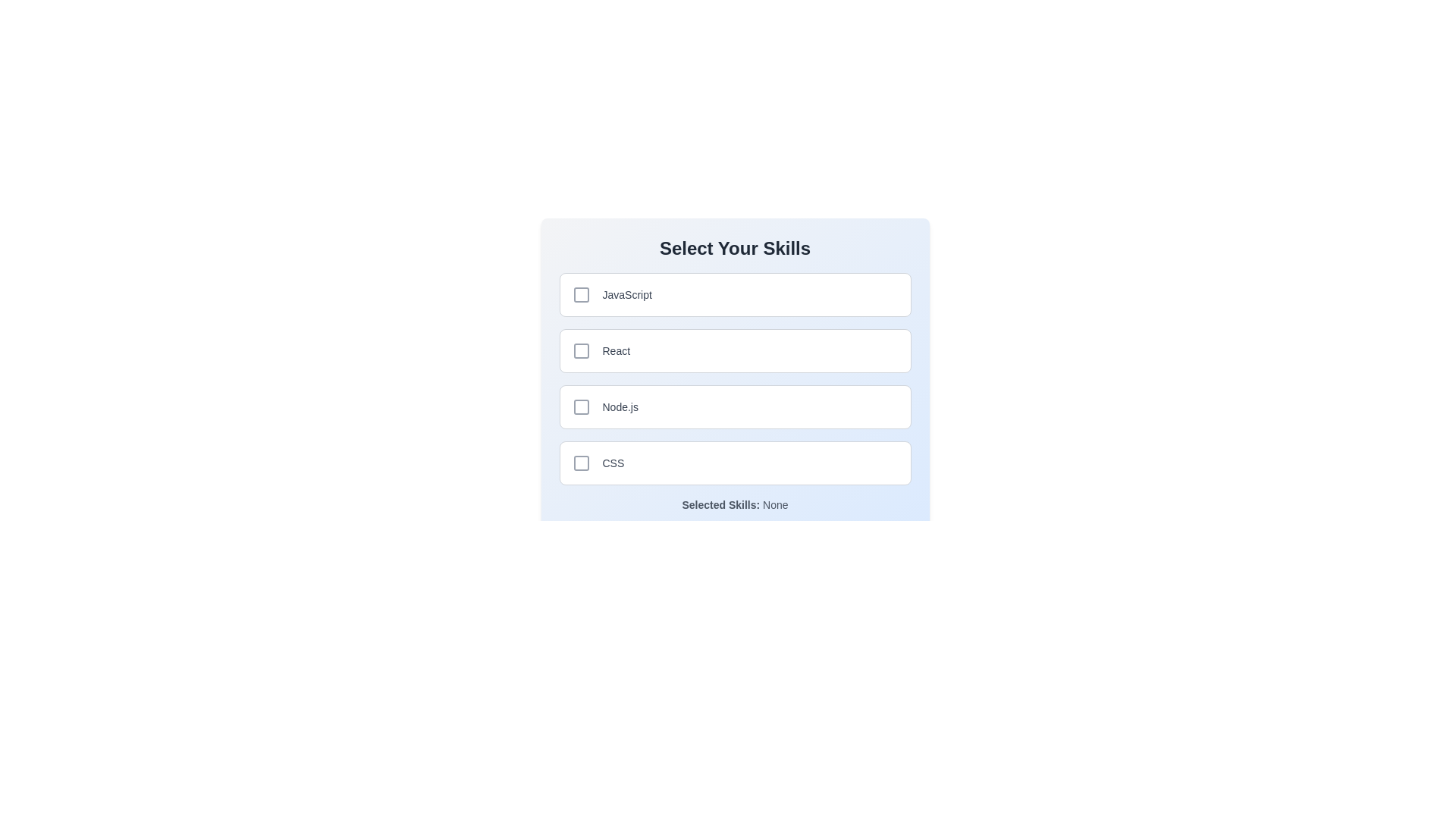 This screenshot has height=819, width=1456. I want to click on the checkbox for the 'React' skill in the skill selection list, which is positioned in the second row and is centered left of its label, so click(580, 350).